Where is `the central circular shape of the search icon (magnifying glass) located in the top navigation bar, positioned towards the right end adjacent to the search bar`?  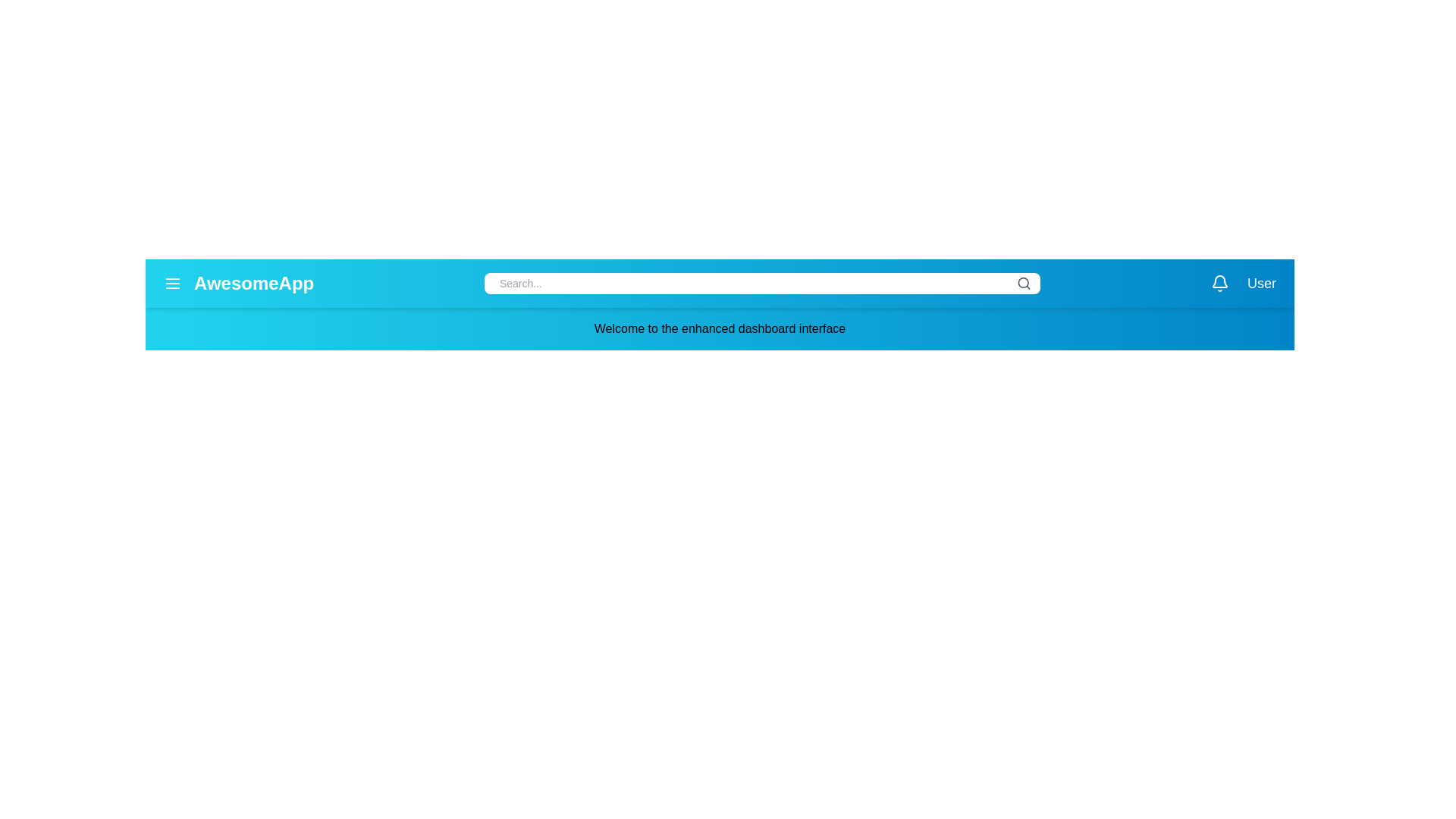 the central circular shape of the search icon (magnifying glass) located in the top navigation bar, positioned towards the right end adjacent to the search bar is located at coordinates (1023, 283).